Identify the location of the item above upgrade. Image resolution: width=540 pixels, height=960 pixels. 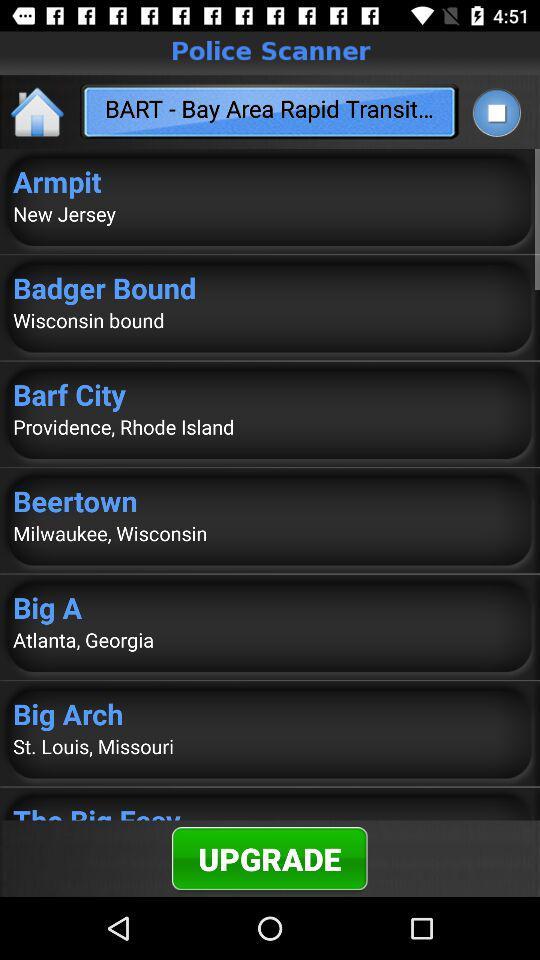
(270, 810).